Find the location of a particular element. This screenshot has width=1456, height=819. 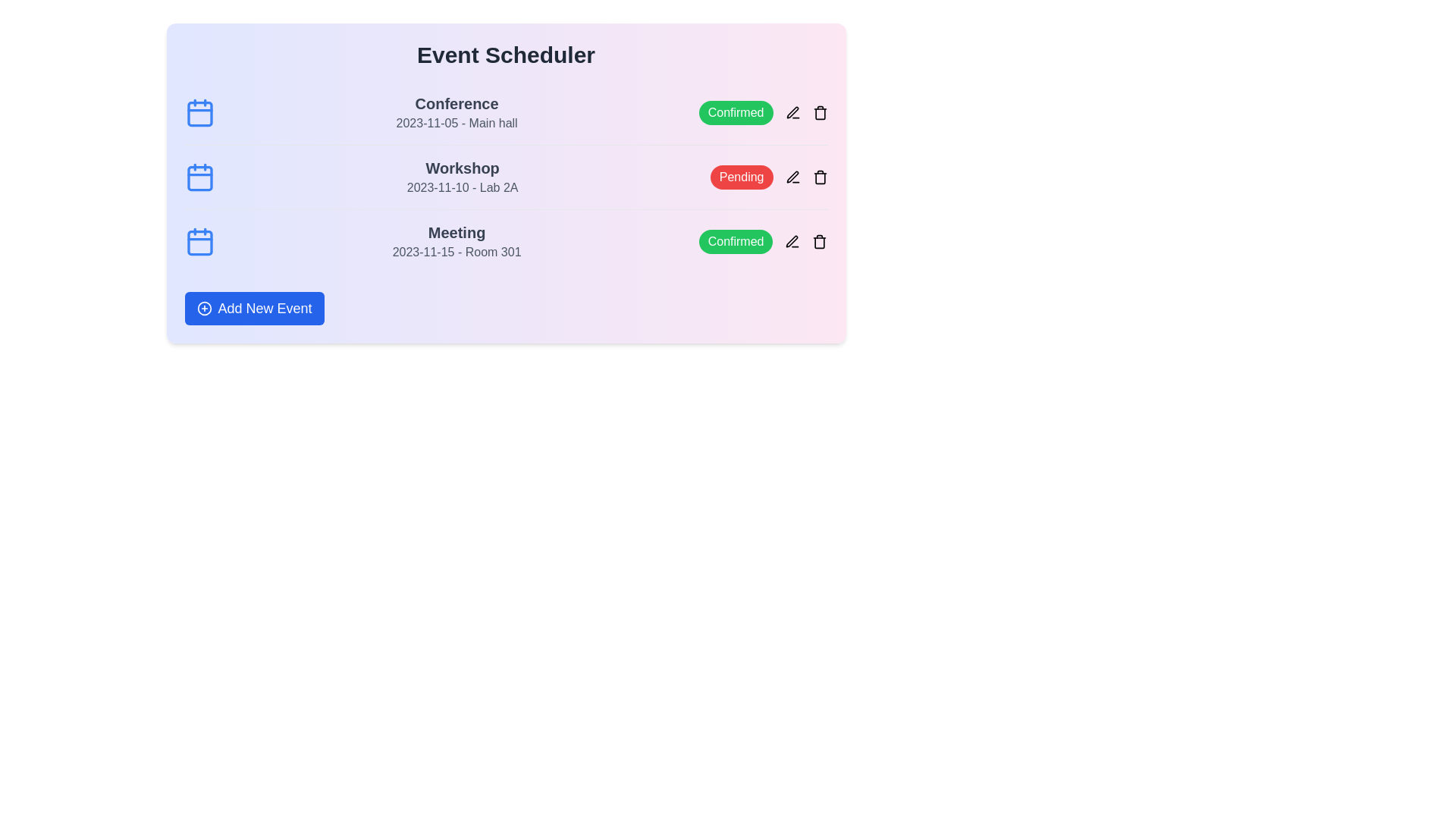

the red button labeled 'Pending' in the 'Workshop' row is located at coordinates (742, 177).